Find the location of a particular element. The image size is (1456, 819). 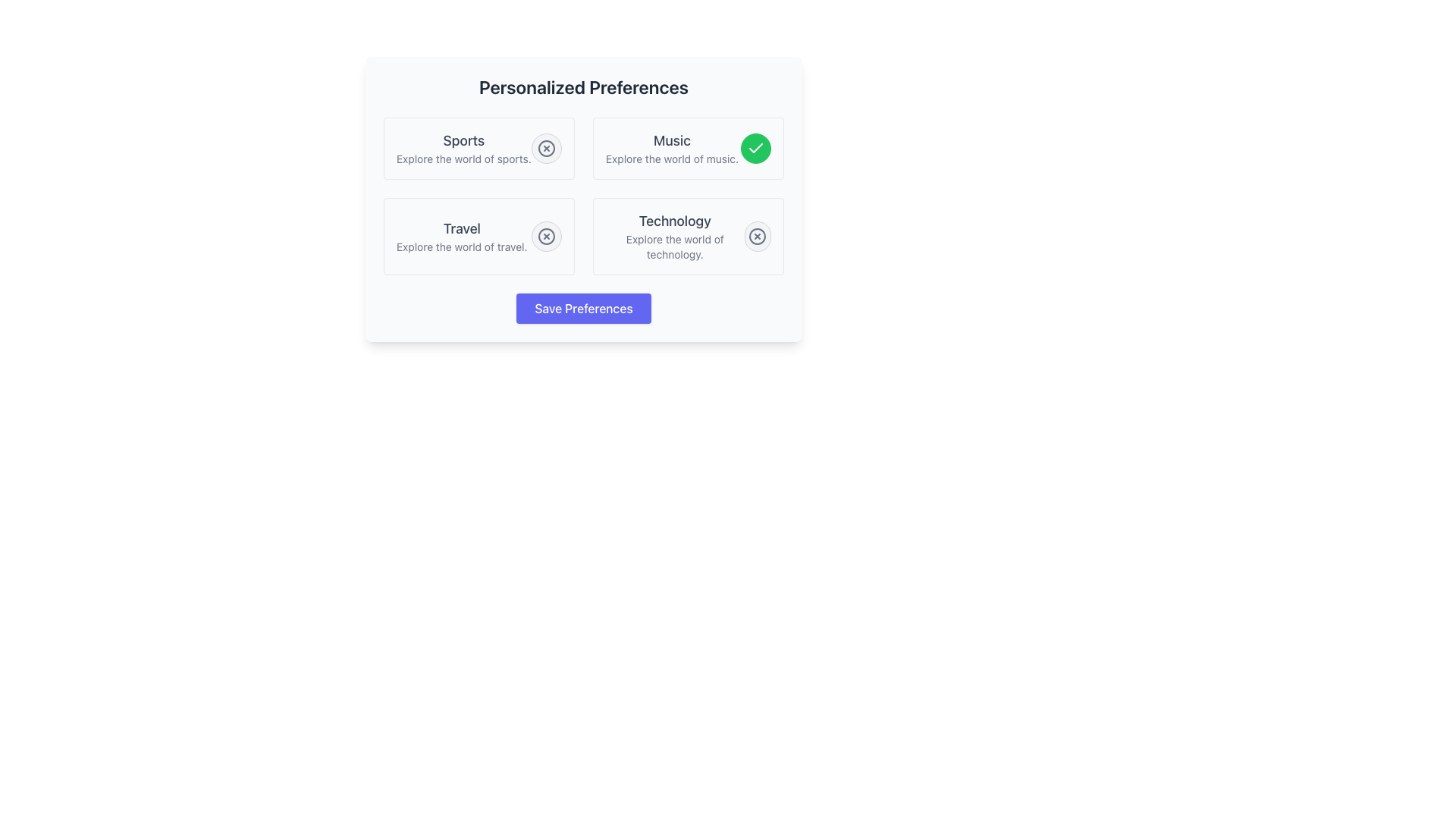

the green circular selection indicator with a white checkmark to deselect the 'Music' preference located in the top-right corner of the 'Music' preference card is located at coordinates (756, 149).